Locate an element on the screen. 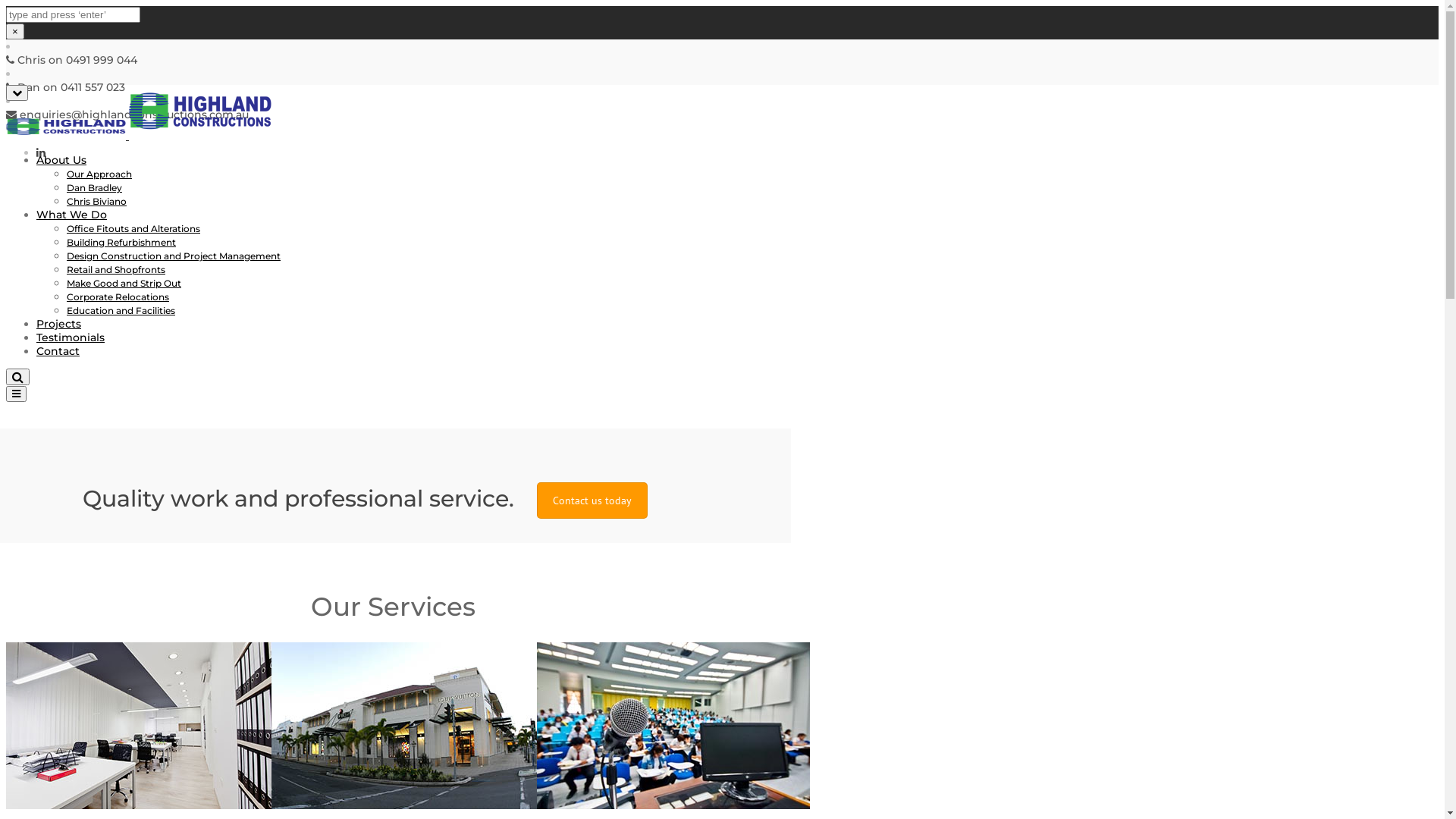  'Building Refurbishment' is located at coordinates (120, 241).